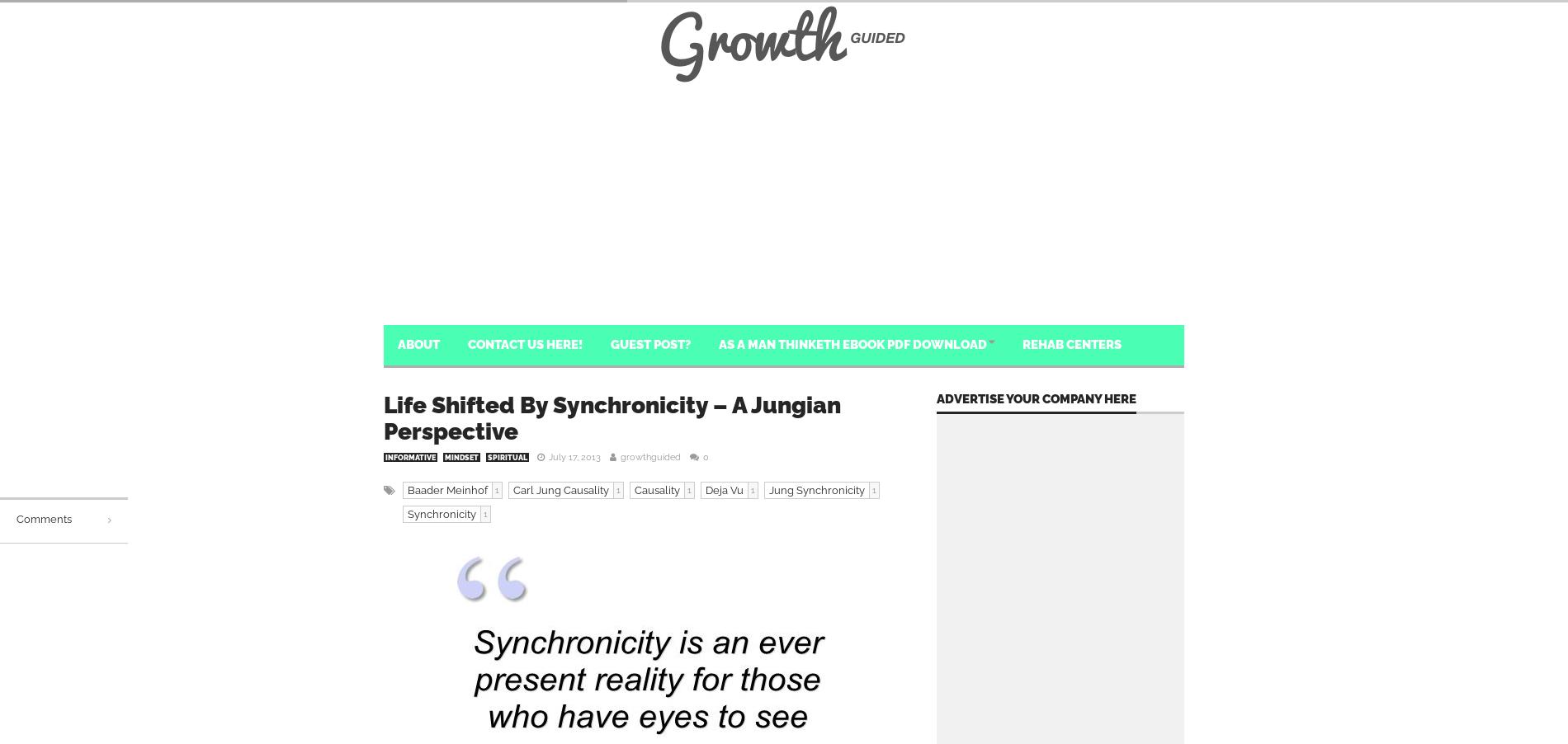  What do you see at coordinates (447, 490) in the screenshot?
I see `'Baader Meinhof'` at bounding box center [447, 490].